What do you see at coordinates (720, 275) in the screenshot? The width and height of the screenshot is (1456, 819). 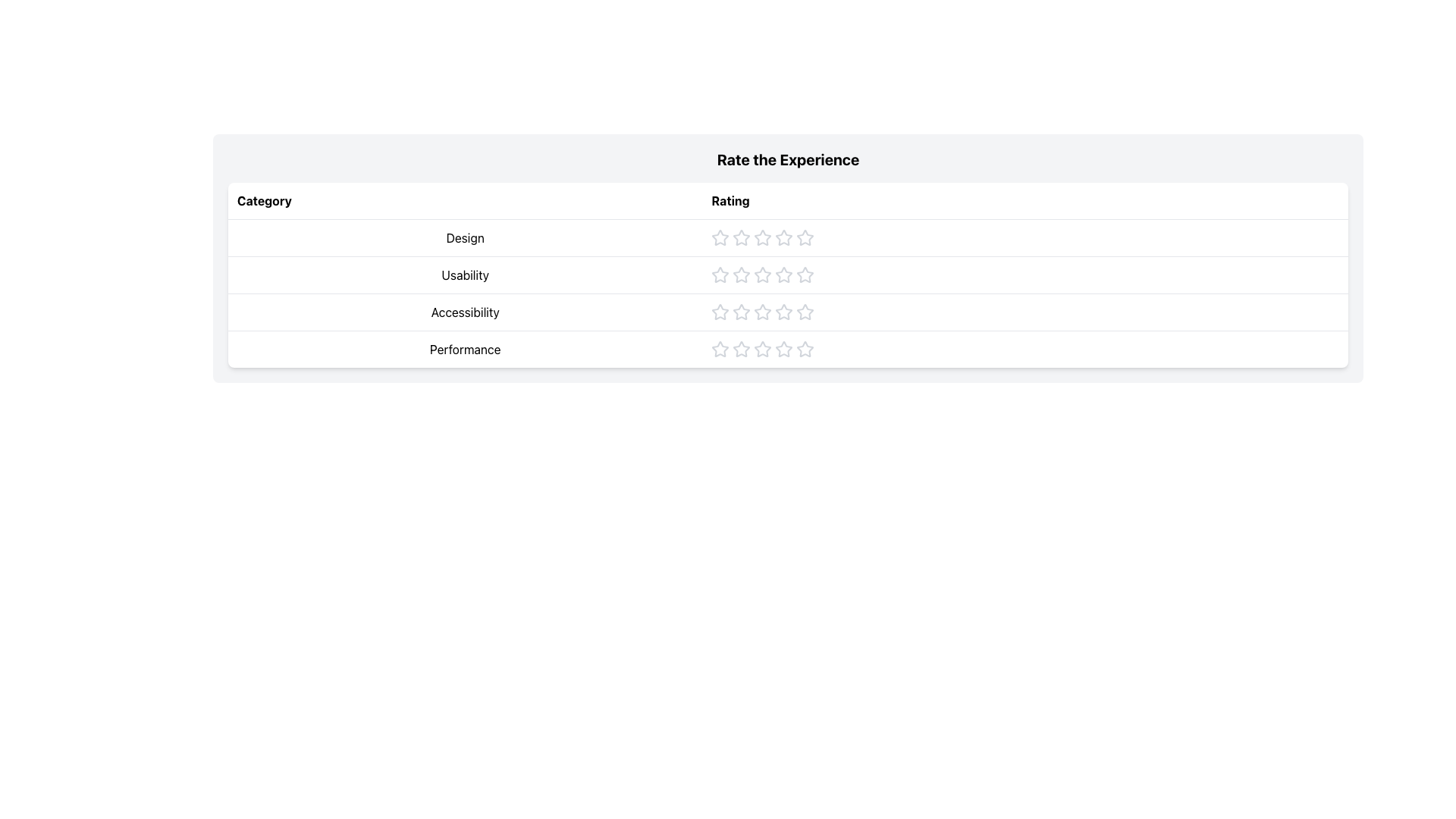 I see `the first rating star icon in the 'Usability' row` at bounding box center [720, 275].